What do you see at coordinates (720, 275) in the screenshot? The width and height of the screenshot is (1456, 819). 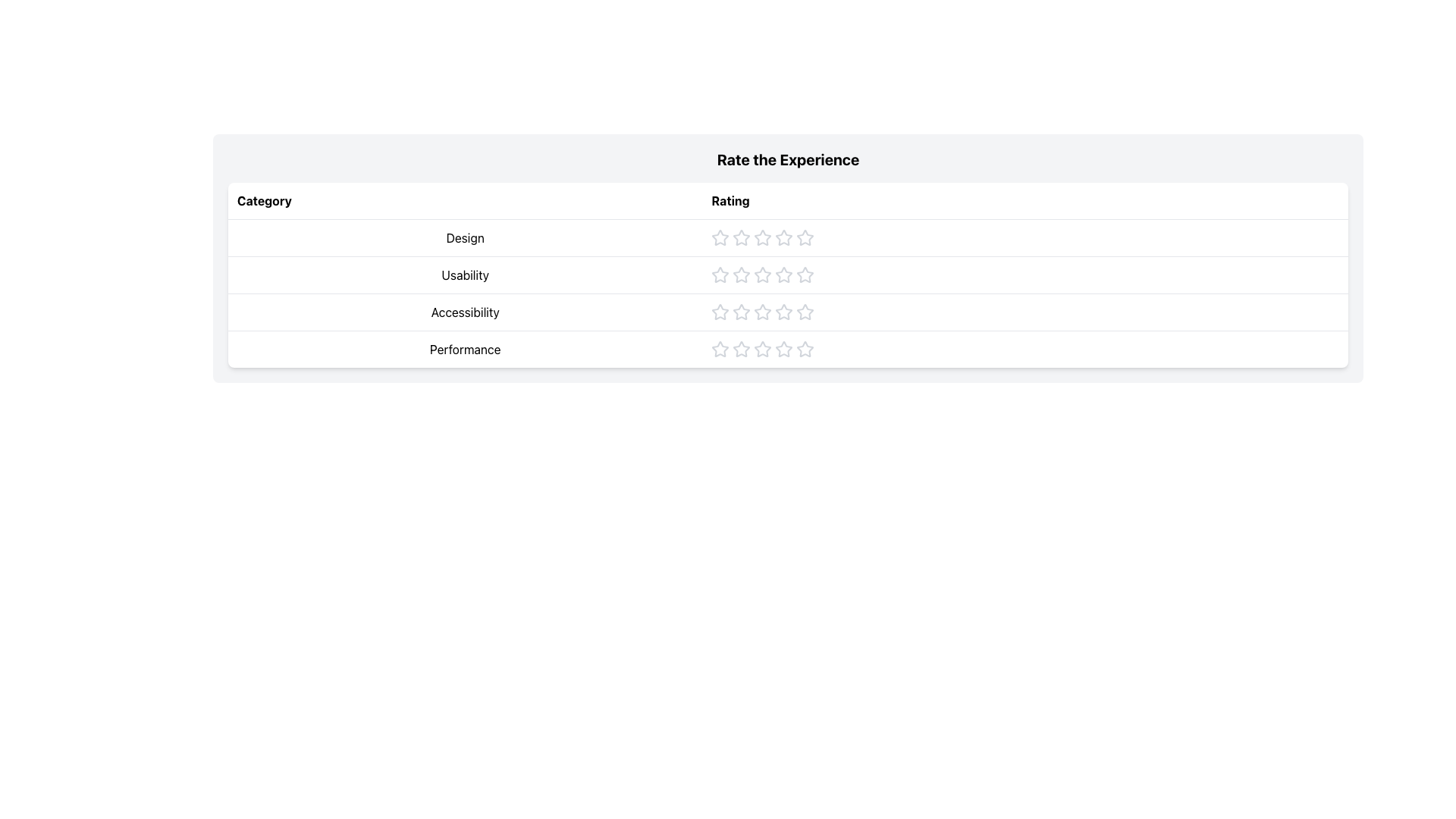 I see `the first rating star icon in the 'Usability' row` at bounding box center [720, 275].